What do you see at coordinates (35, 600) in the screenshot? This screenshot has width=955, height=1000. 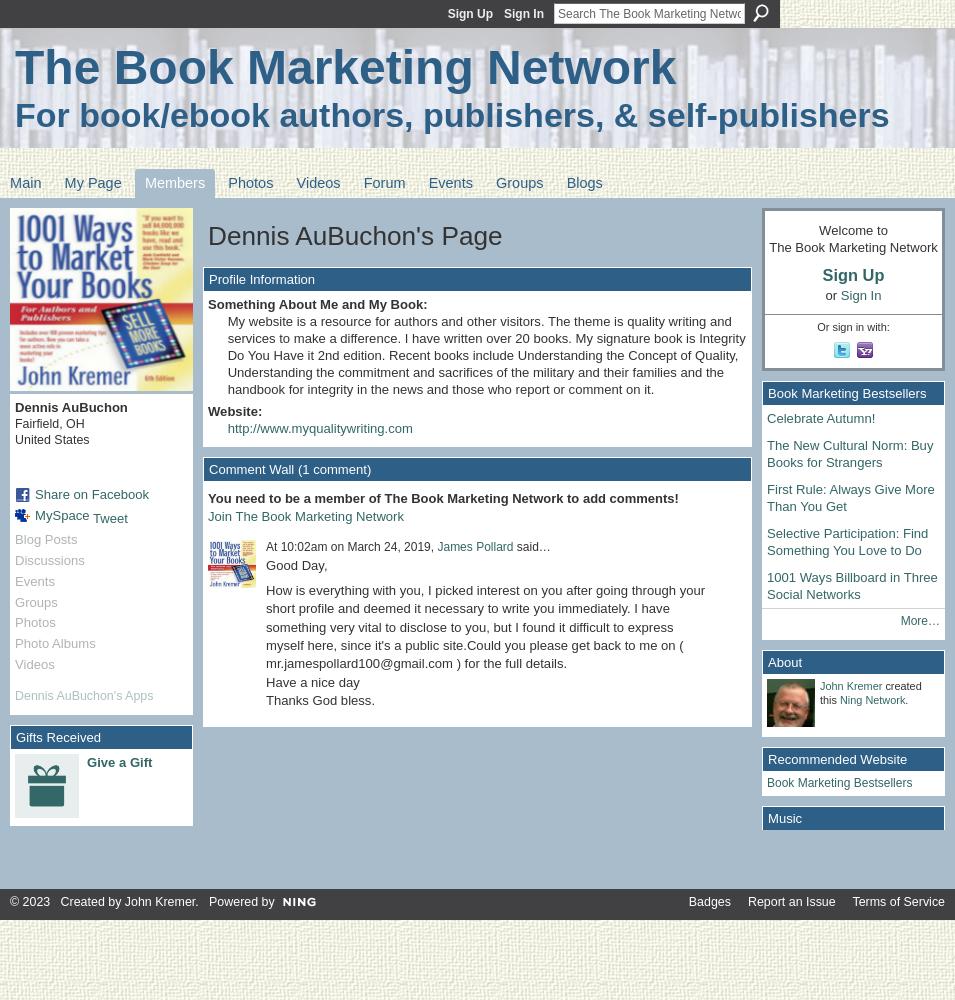 I see `'Groups'` at bounding box center [35, 600].